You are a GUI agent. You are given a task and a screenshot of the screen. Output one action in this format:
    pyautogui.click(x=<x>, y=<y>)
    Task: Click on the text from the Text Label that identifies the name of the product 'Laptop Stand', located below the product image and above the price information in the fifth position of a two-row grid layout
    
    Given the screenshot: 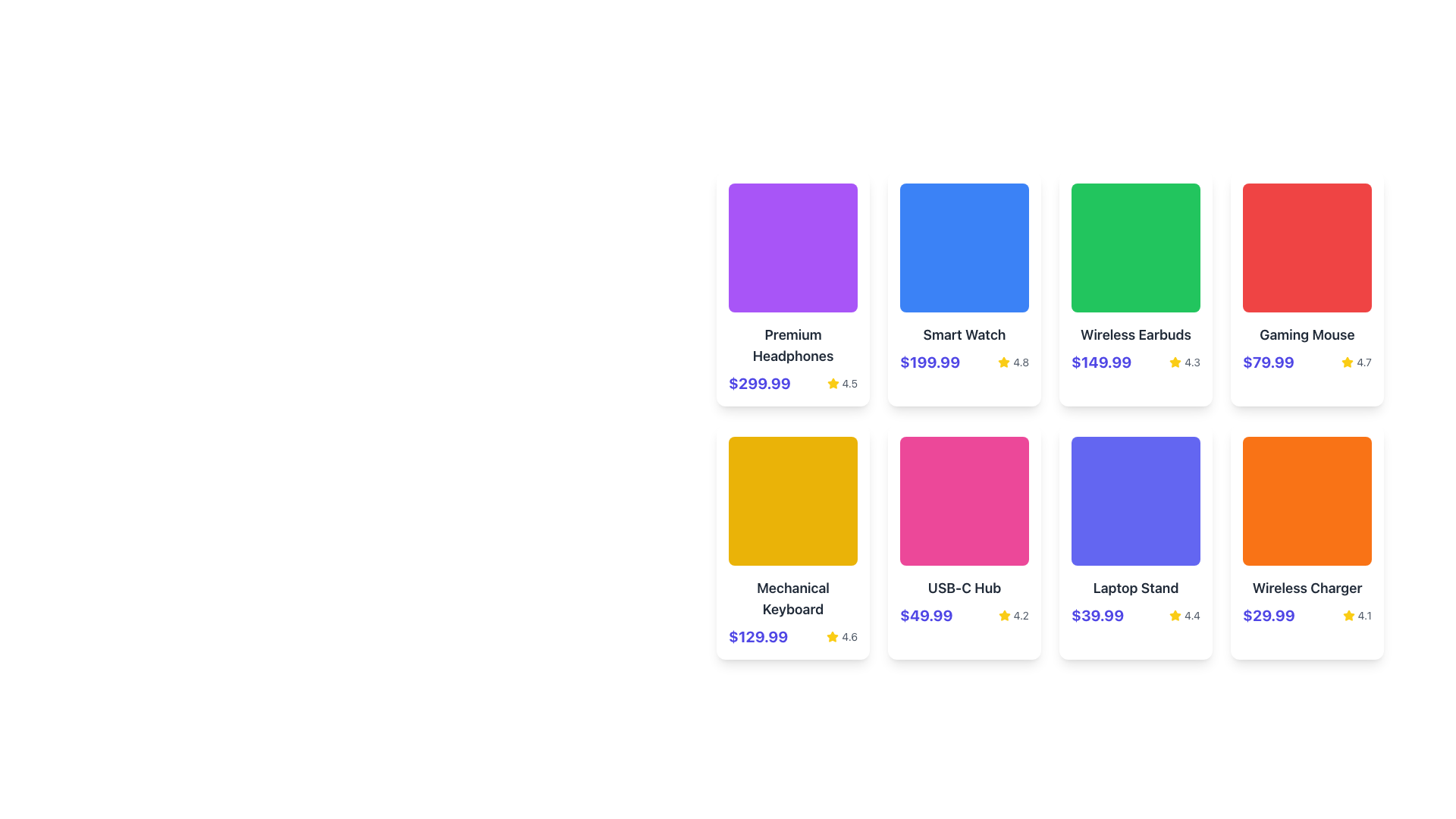 What is the action you would take?
    pyautogui.click(x=1135, y=587)
    